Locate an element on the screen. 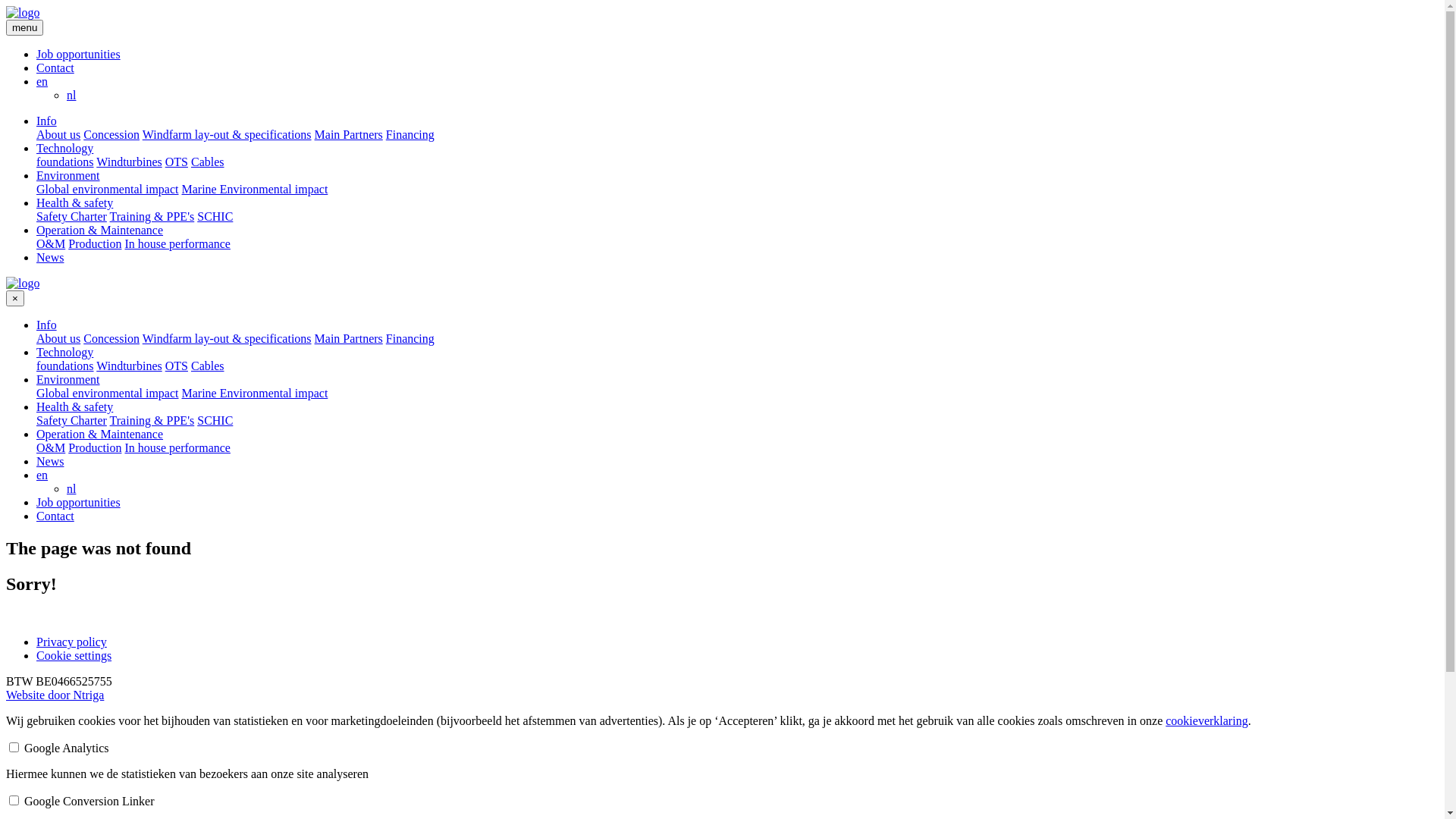 This screenshot has height=819, width=1456. 'Windfarm lay-out & specifications' is located at coordinates (226, 133).